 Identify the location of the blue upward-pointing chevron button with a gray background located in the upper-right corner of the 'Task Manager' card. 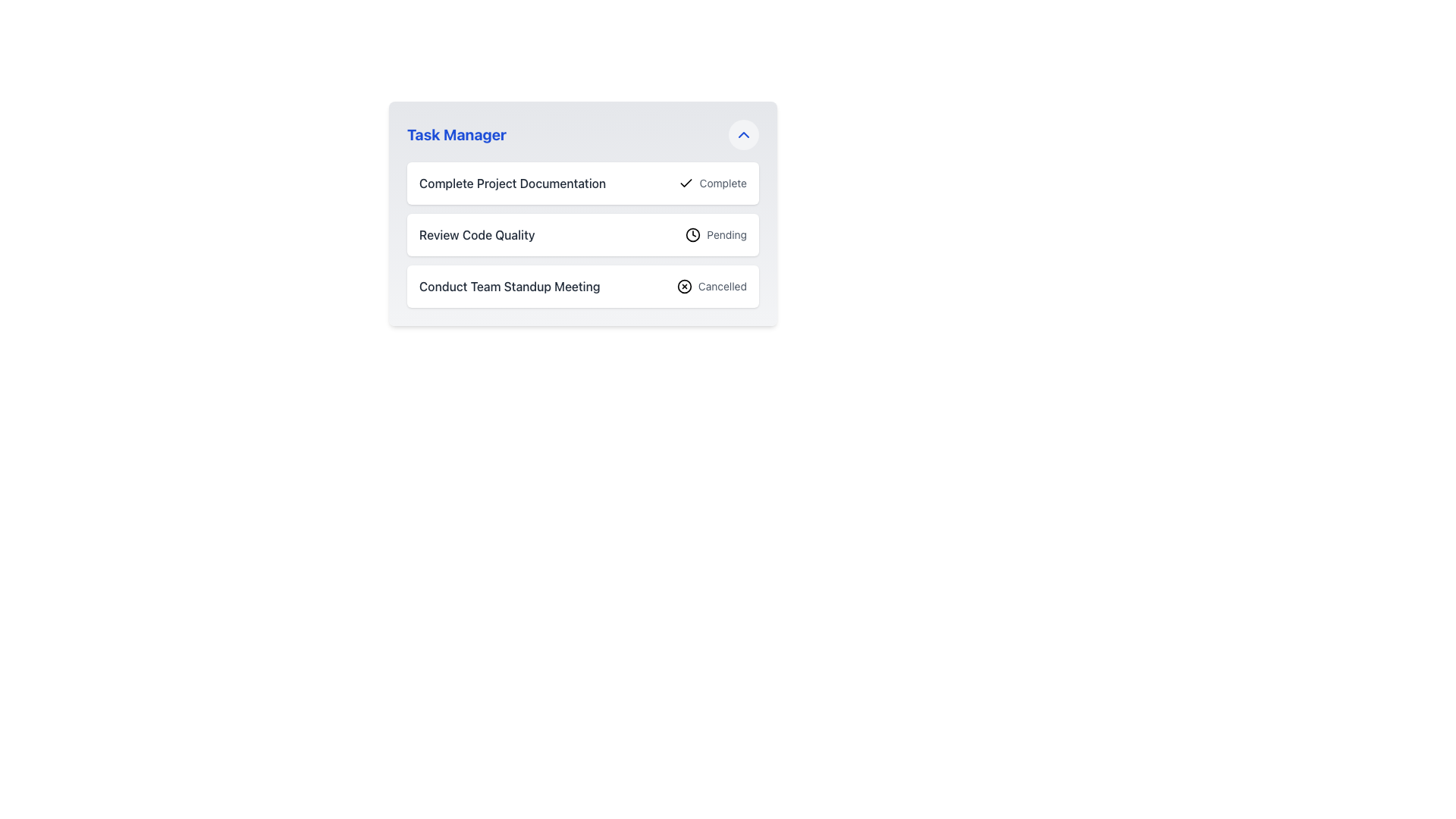
(743, 133).